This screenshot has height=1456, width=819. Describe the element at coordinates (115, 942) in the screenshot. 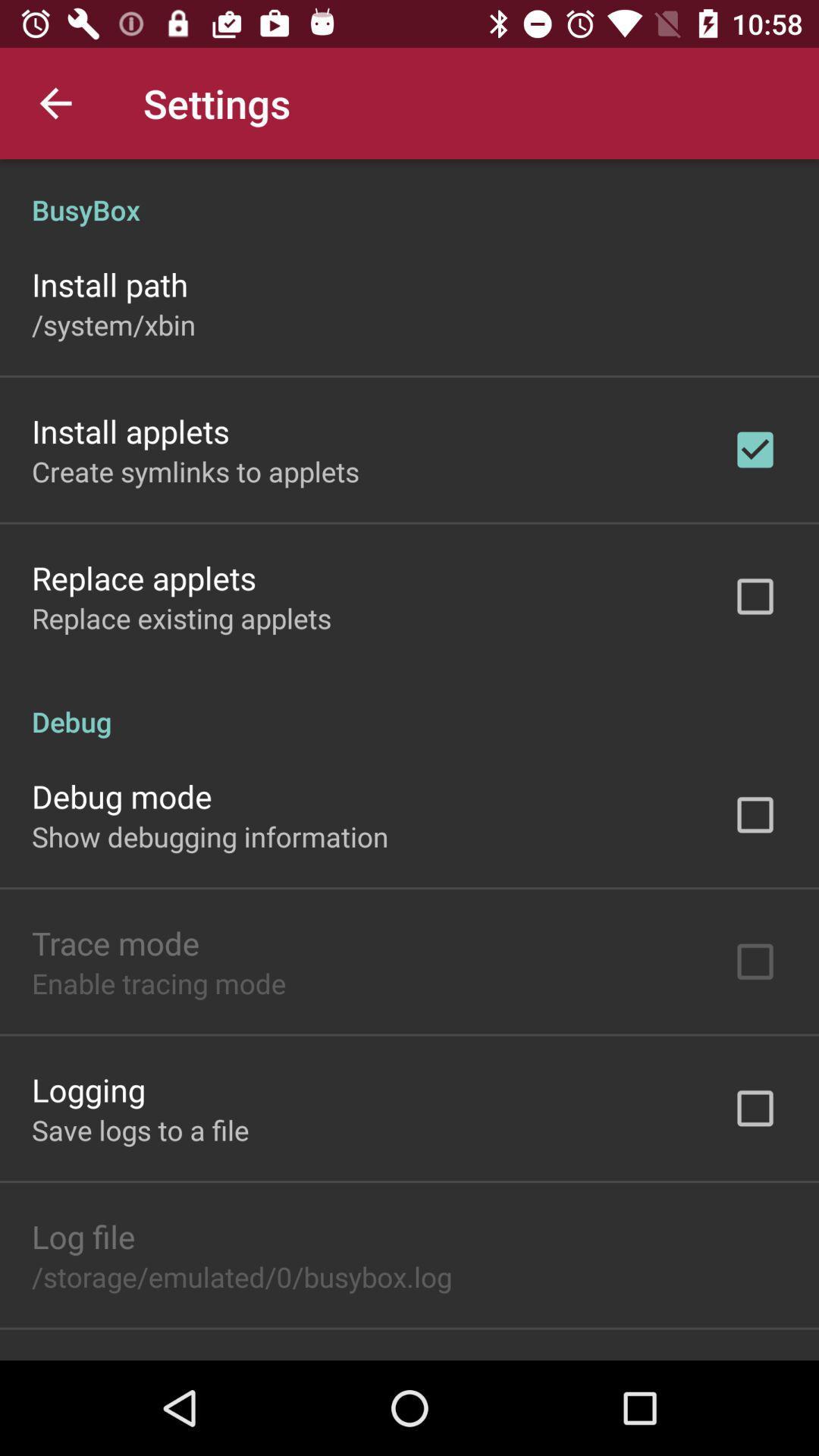

I see `icon above the enable tracing mode item` at that location.